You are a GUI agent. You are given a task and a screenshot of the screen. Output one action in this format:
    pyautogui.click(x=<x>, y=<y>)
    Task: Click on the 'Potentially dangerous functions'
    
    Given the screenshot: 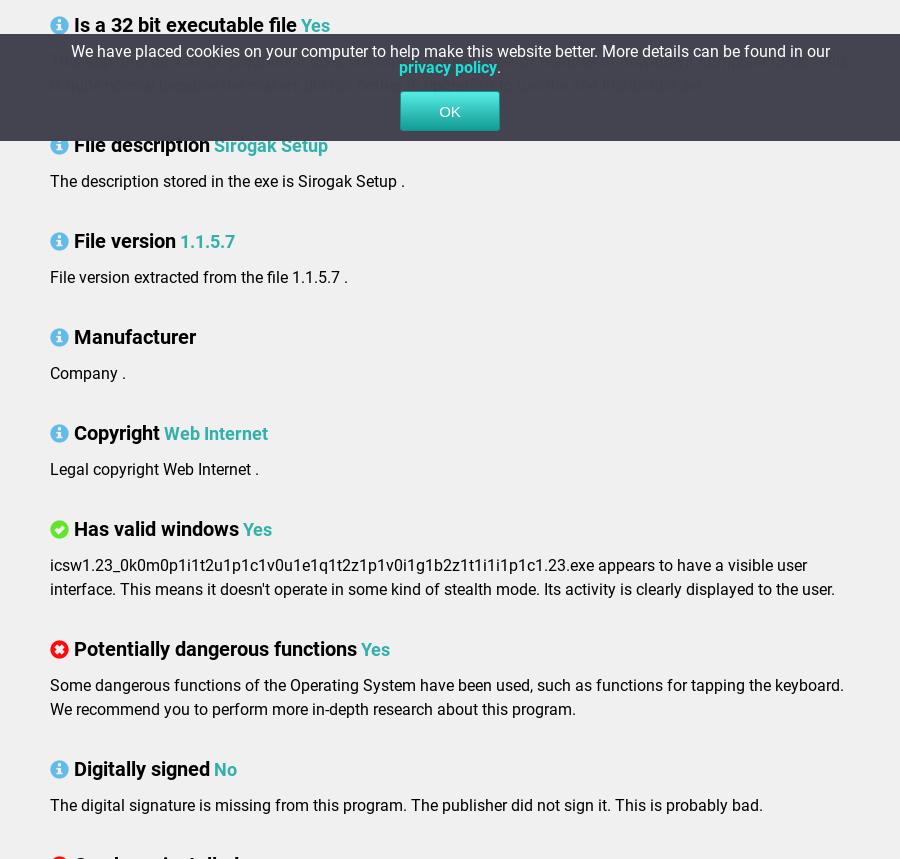 What is the action you would take?
    pyautogui.click(x=215, y=647)
    